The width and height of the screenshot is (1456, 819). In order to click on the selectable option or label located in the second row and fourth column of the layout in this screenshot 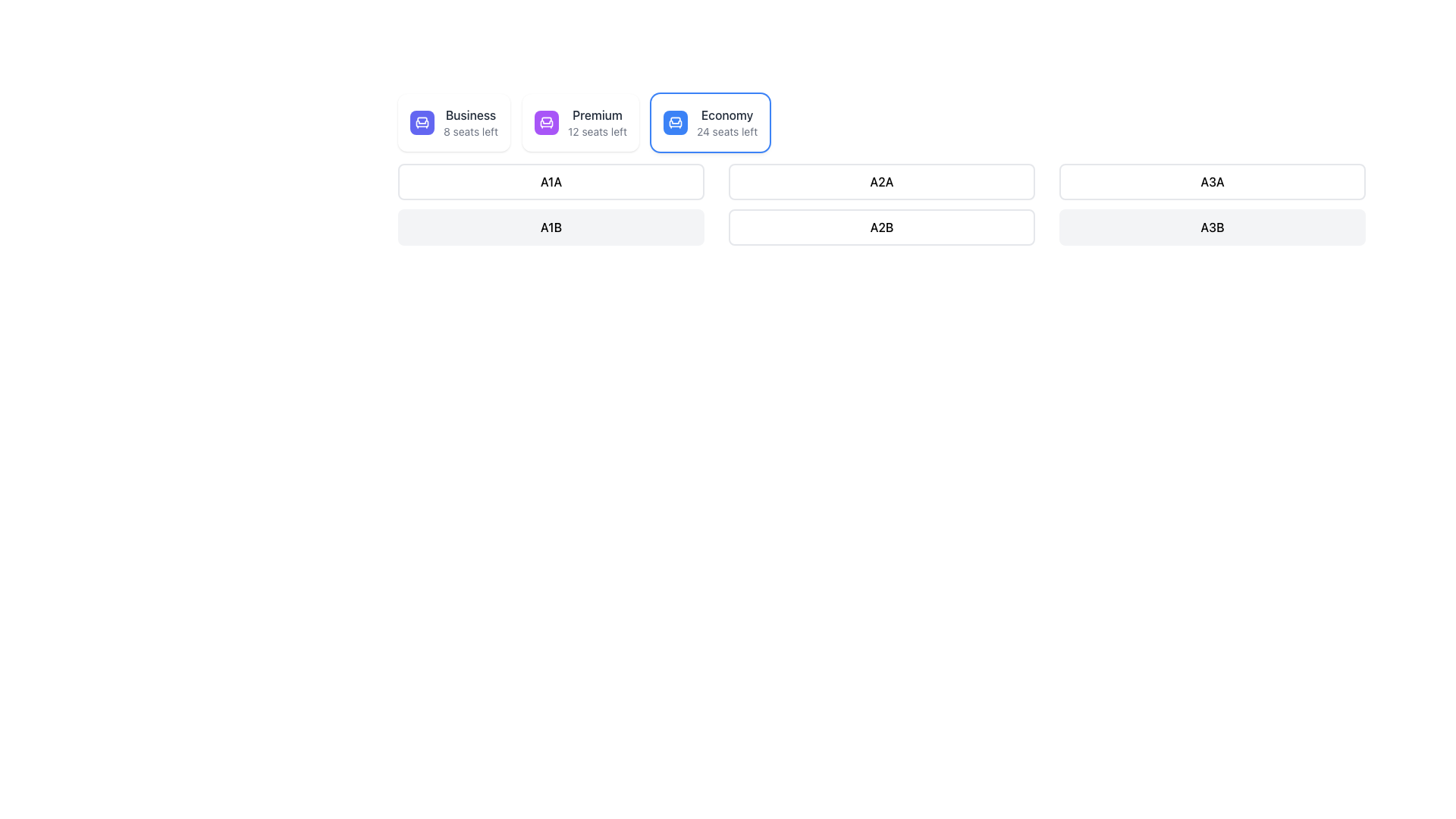, I will do `click(881, 227)`.